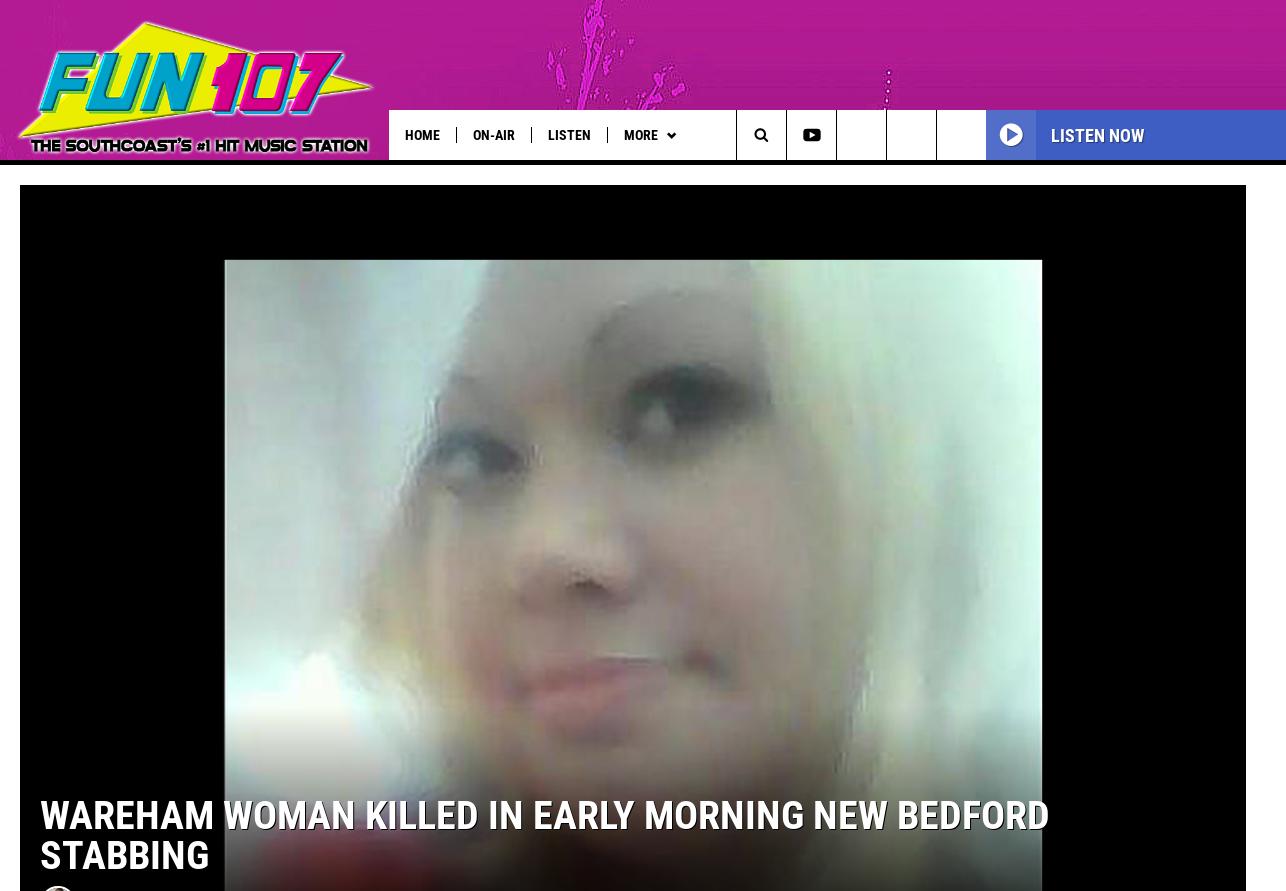 The width and height of the screenshot is (1286, 891). What do you see at coordinates (695, 174) in the screenshot?
I see `'Tuesday's Child'` at bounding box center [695, 174].